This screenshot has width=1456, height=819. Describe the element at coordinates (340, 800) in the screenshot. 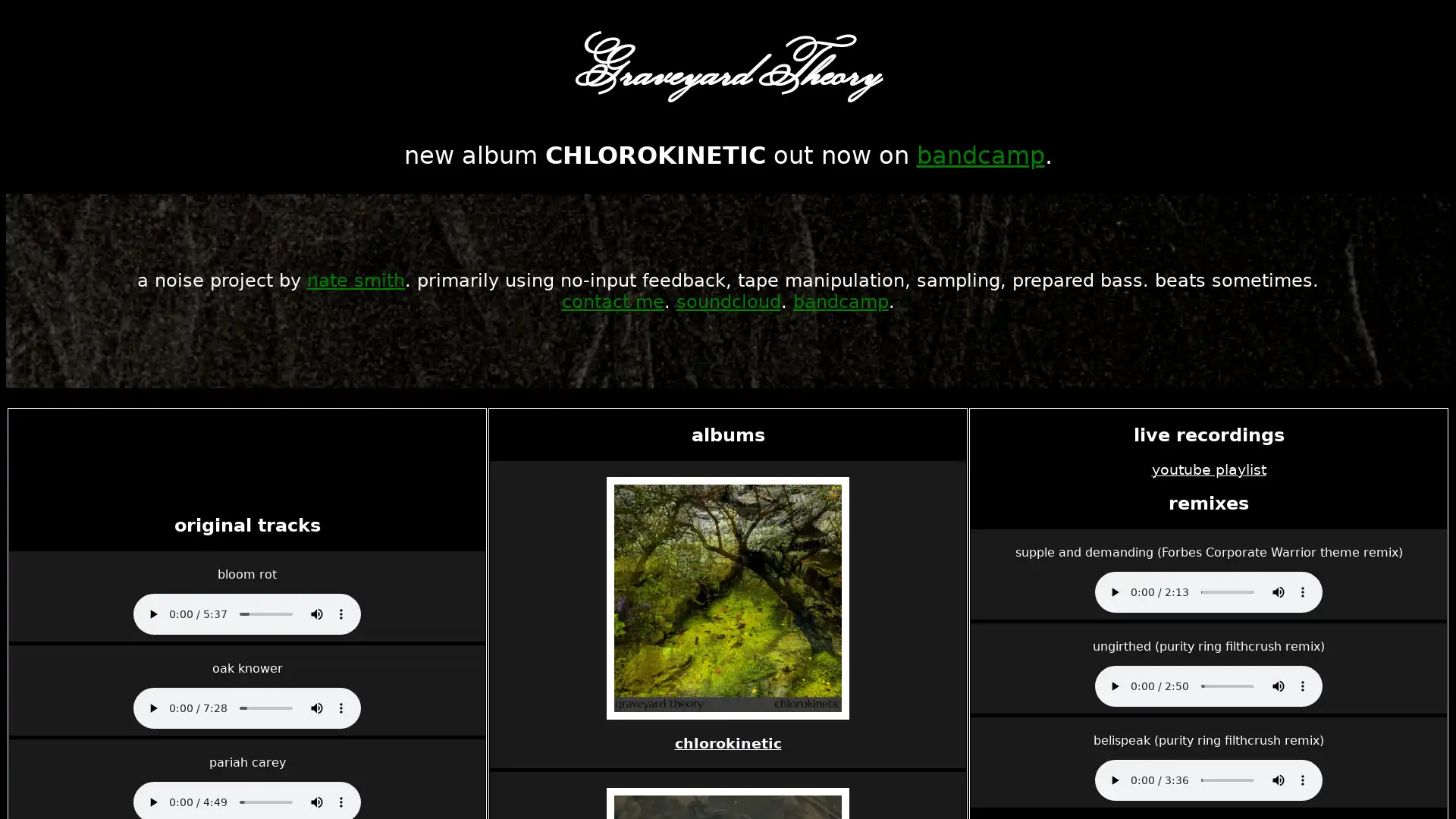

I see `show more media controls` at that location.